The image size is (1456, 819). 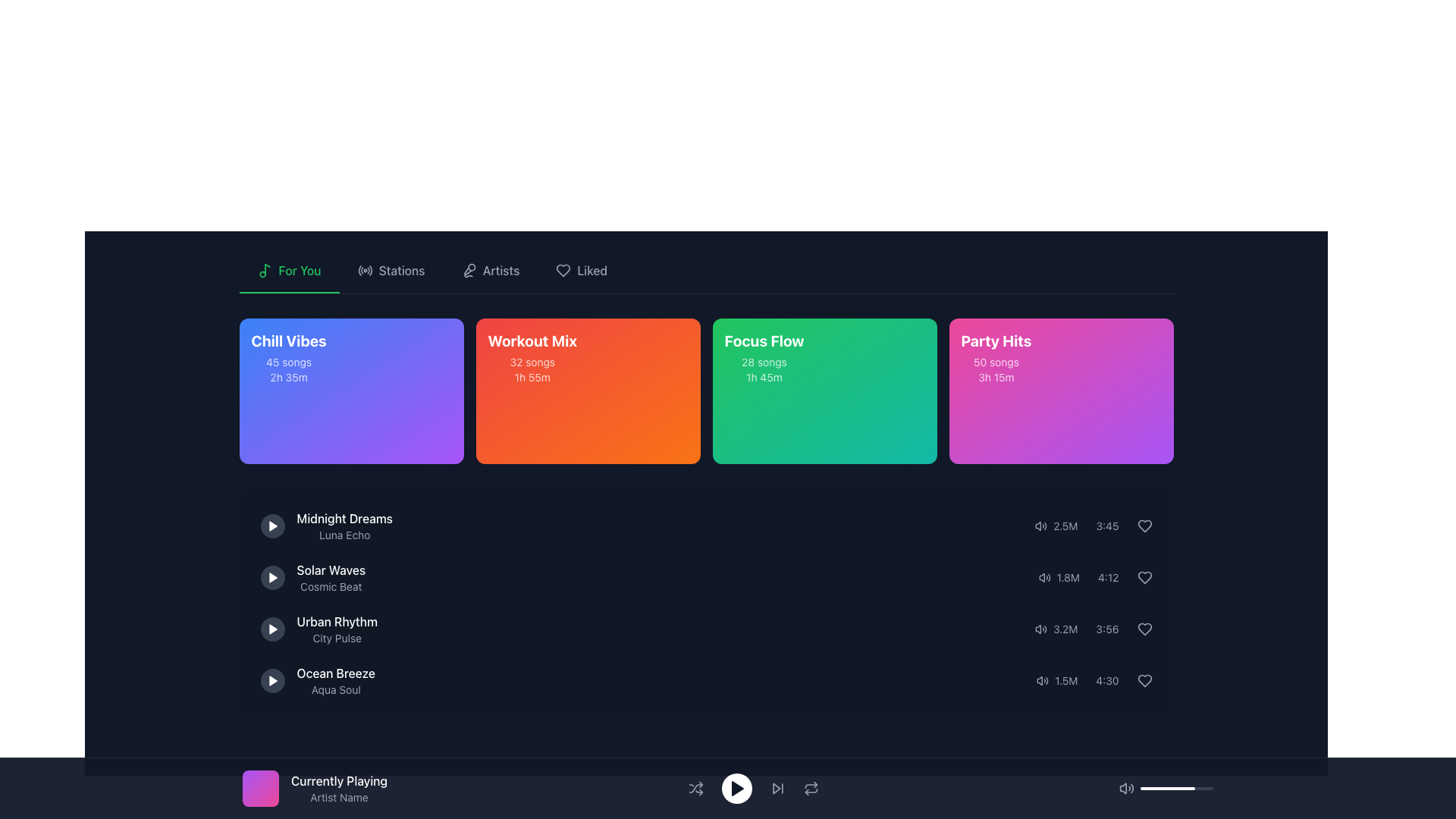 What do you see at coordinates (1150, 788) in the screenshot?
I see `the slider` at bounding box center [1150, 788].